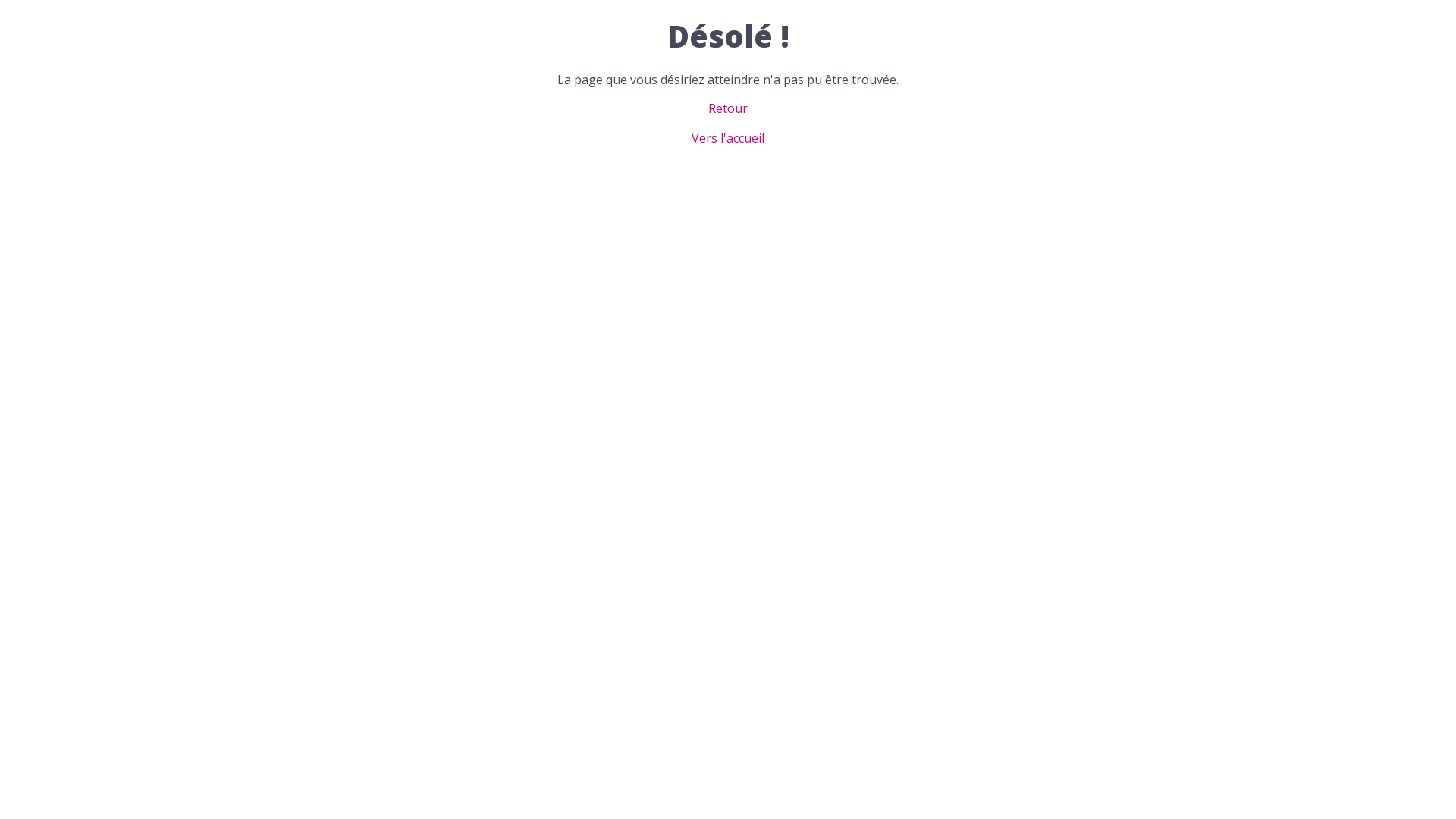 The image size is (1456, 819). Describe the element at coordinates (728, 137) in the screenshot. I see `'Vers l'accueil'` at that location.